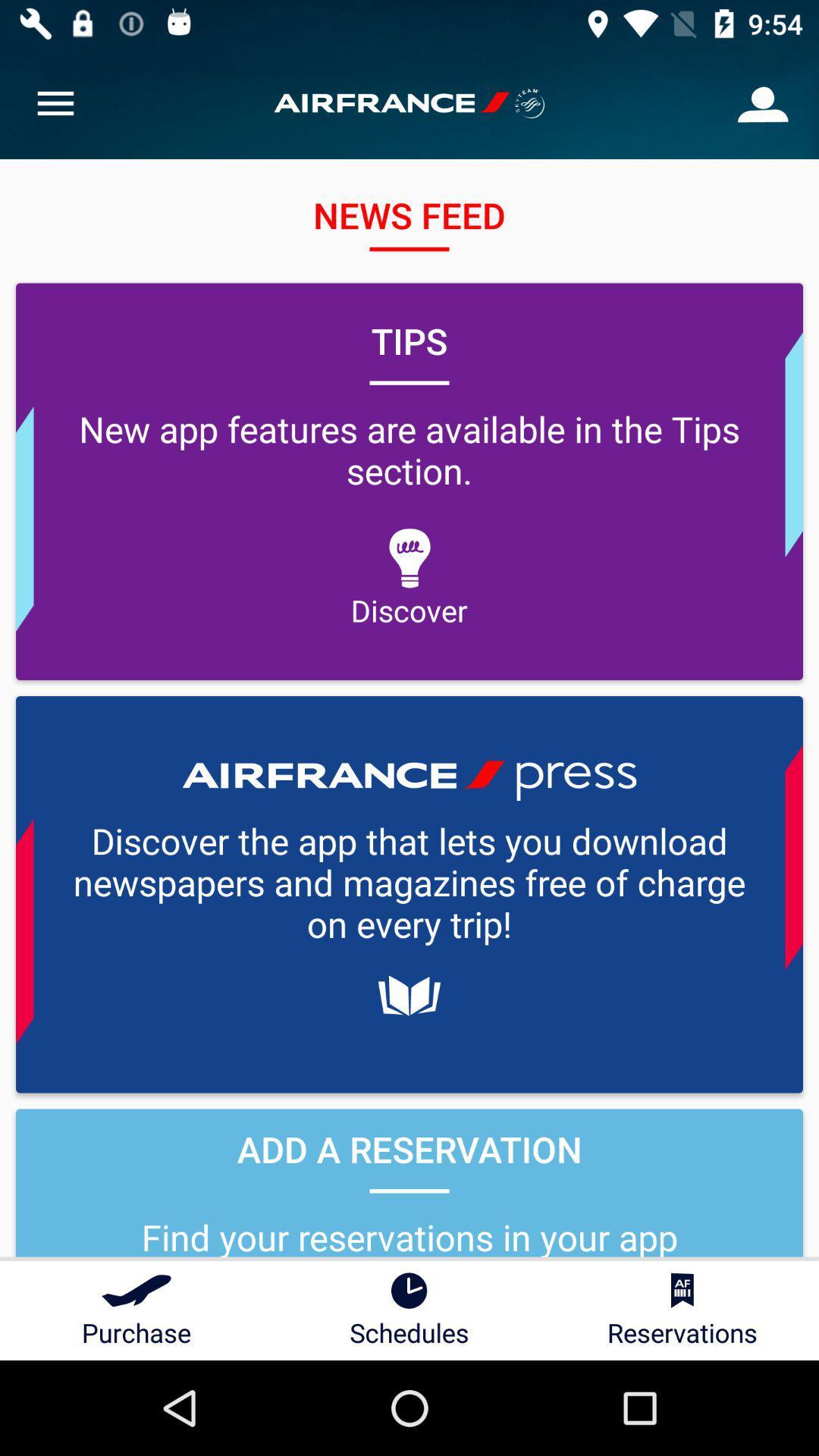  I want to click on the item to the left of the reservations icon, so click(409, 1310).